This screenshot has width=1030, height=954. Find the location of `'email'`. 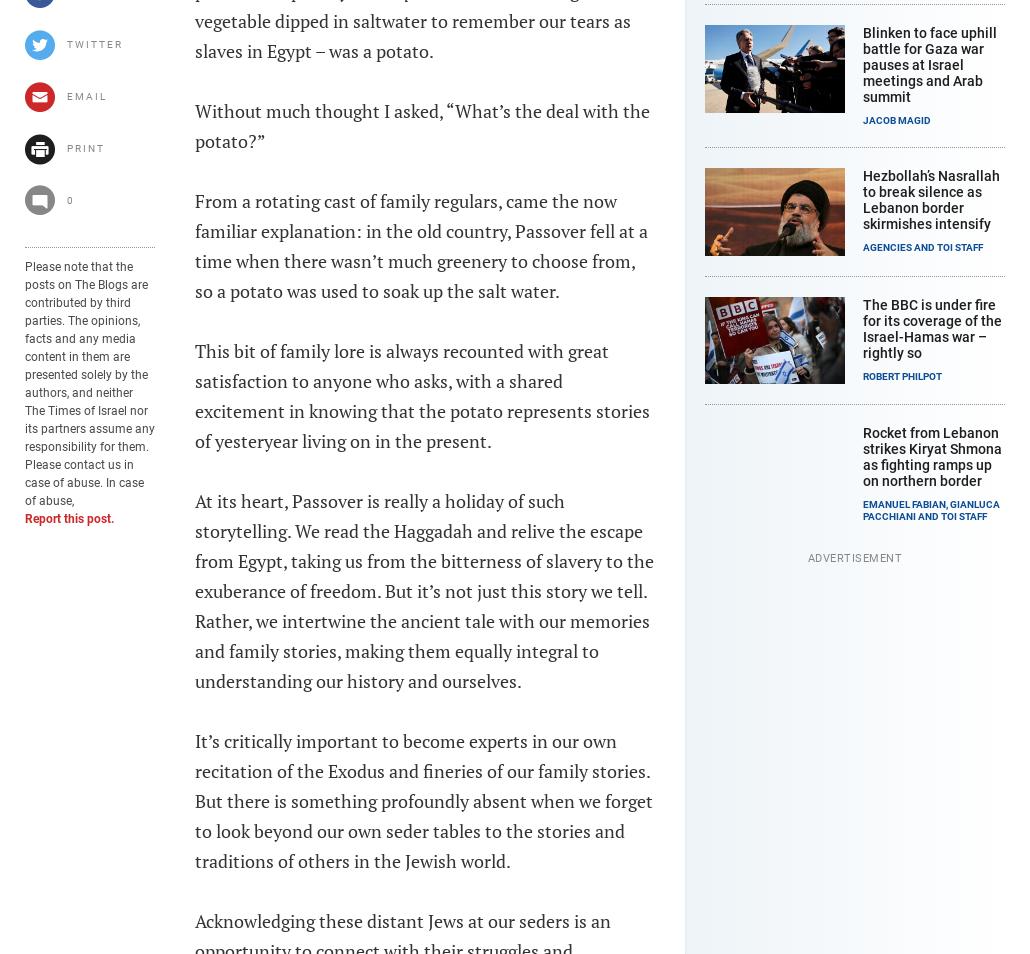

'email' is located at coordinates (66, 95).